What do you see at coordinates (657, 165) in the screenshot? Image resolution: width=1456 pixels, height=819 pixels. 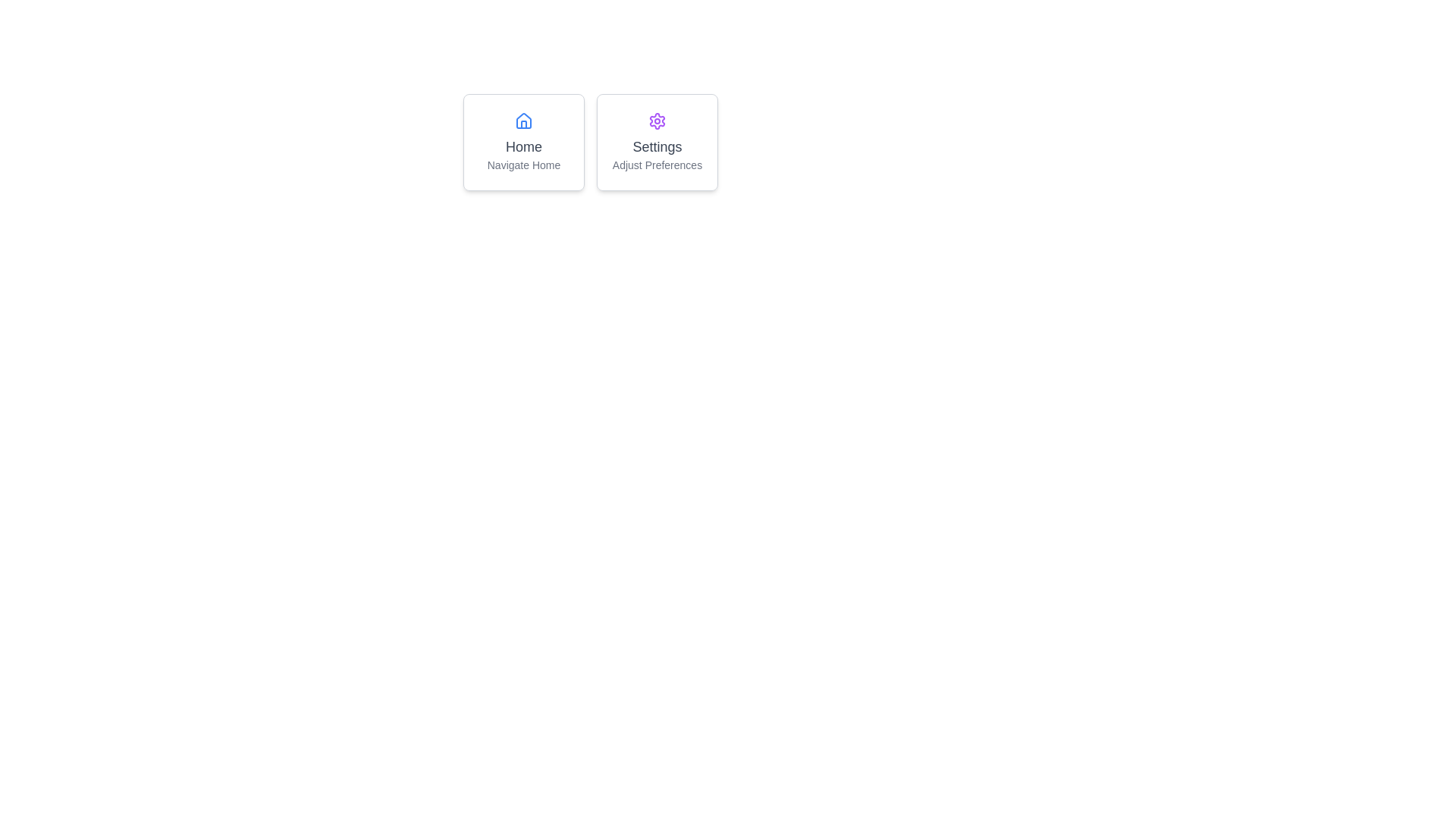 I see `the text label displaying 'Adjust Preferences' in a small gray font, which is located under the 'Settings' heading within the card titled 'Settings'` at bounding box center [657, 165].